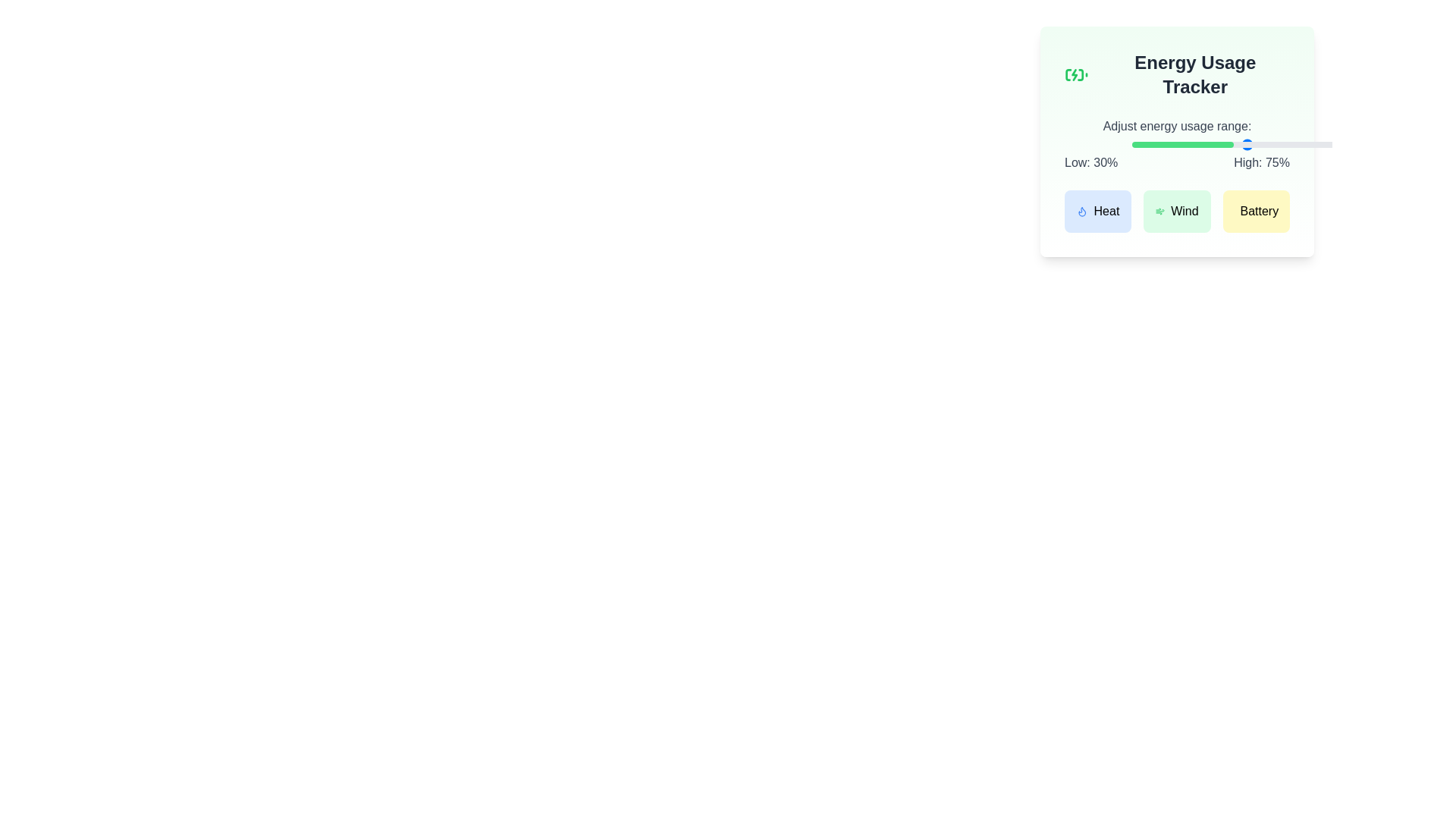 The height and width of the screenshot is (819, 1456). What do you see at coordinates (1106, 211) in the screenshot?
I see `the 'Heat' button located in the bottom left of the 'Energy Usage Tracker' card` at bounding box center [1106, 211].